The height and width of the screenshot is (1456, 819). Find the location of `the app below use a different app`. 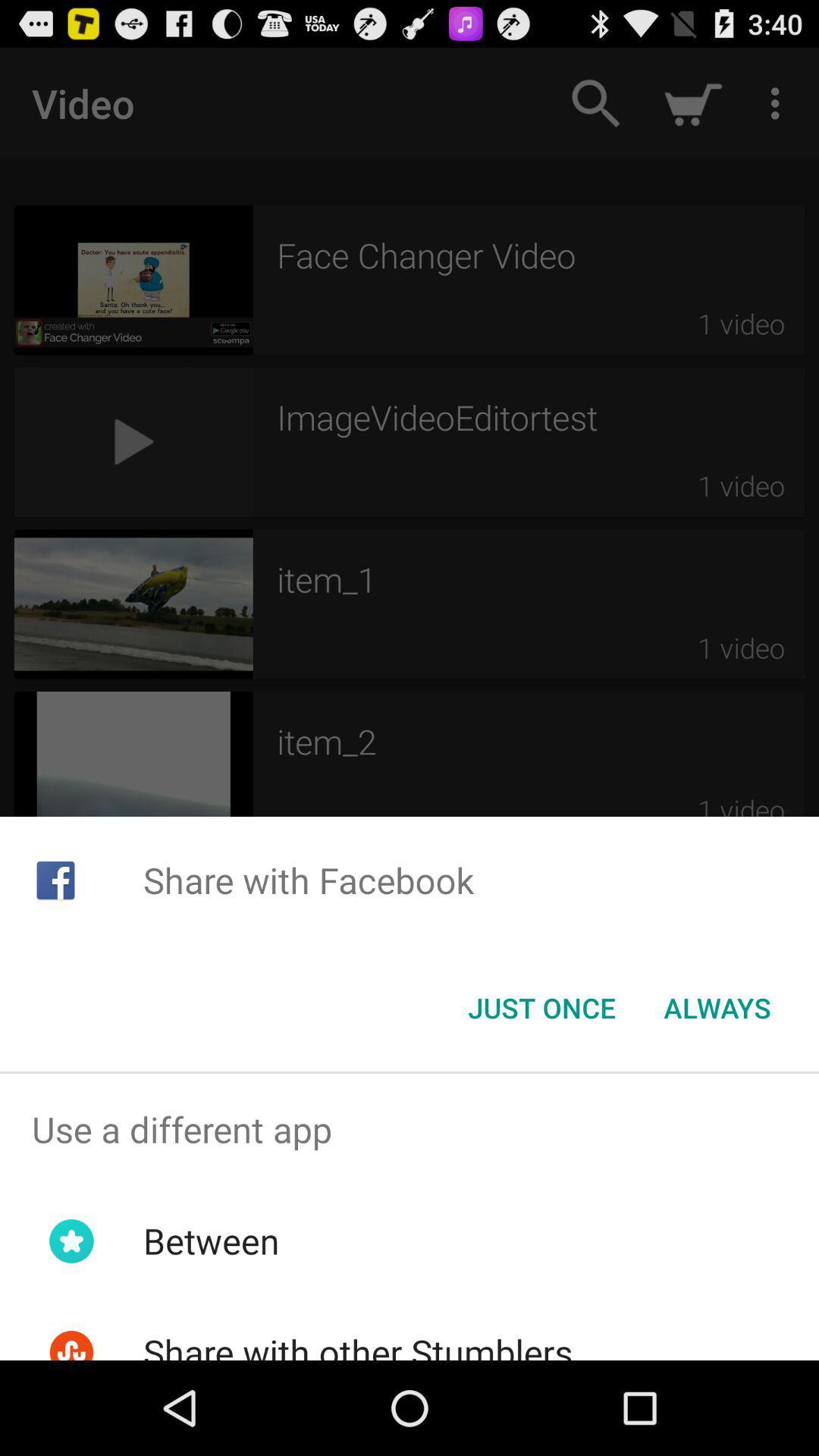

the app below use a different app is located at coordinates (211, 1241).